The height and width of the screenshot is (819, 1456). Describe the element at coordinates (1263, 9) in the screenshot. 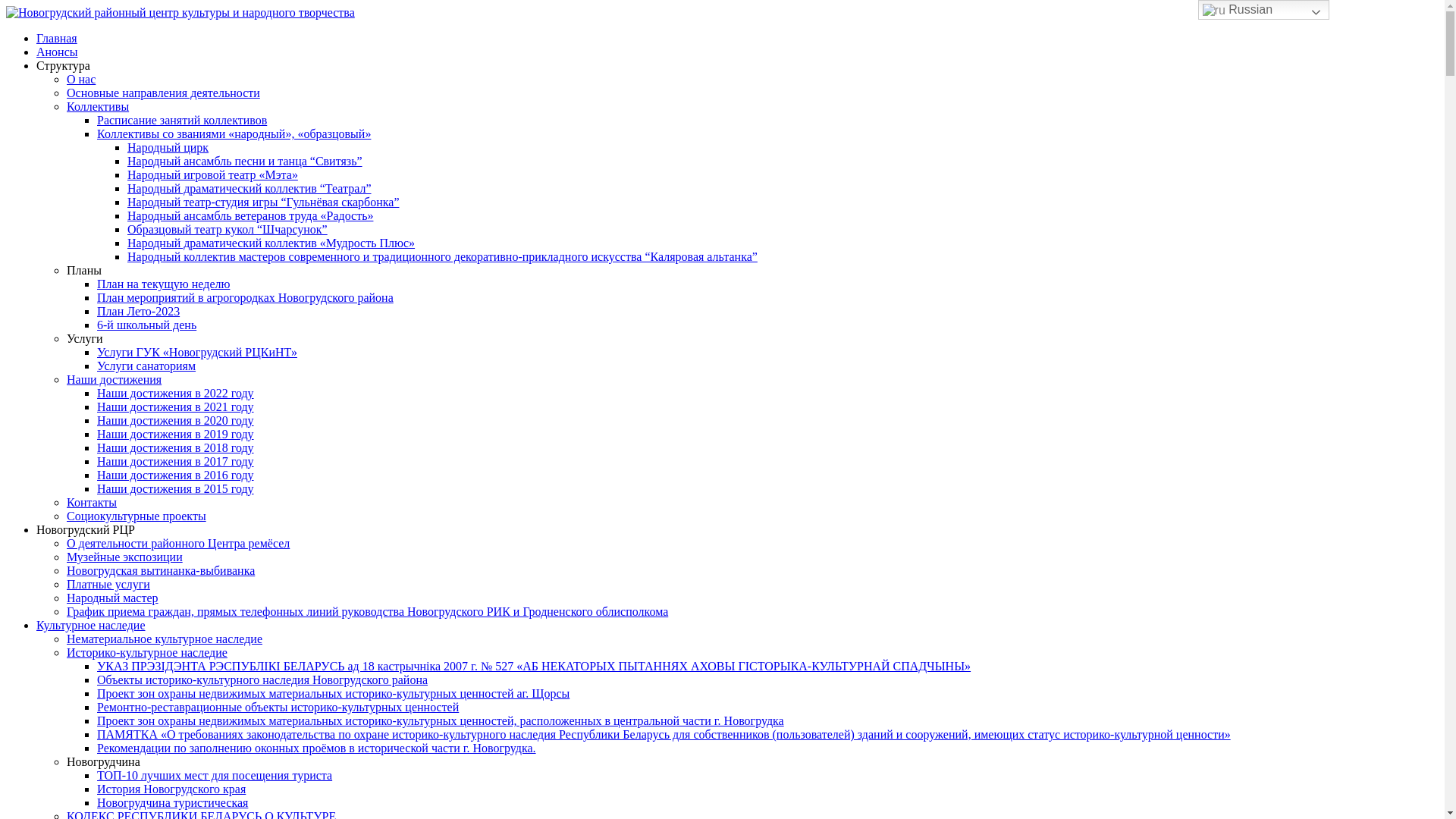

I see `'Russian'` at that location.